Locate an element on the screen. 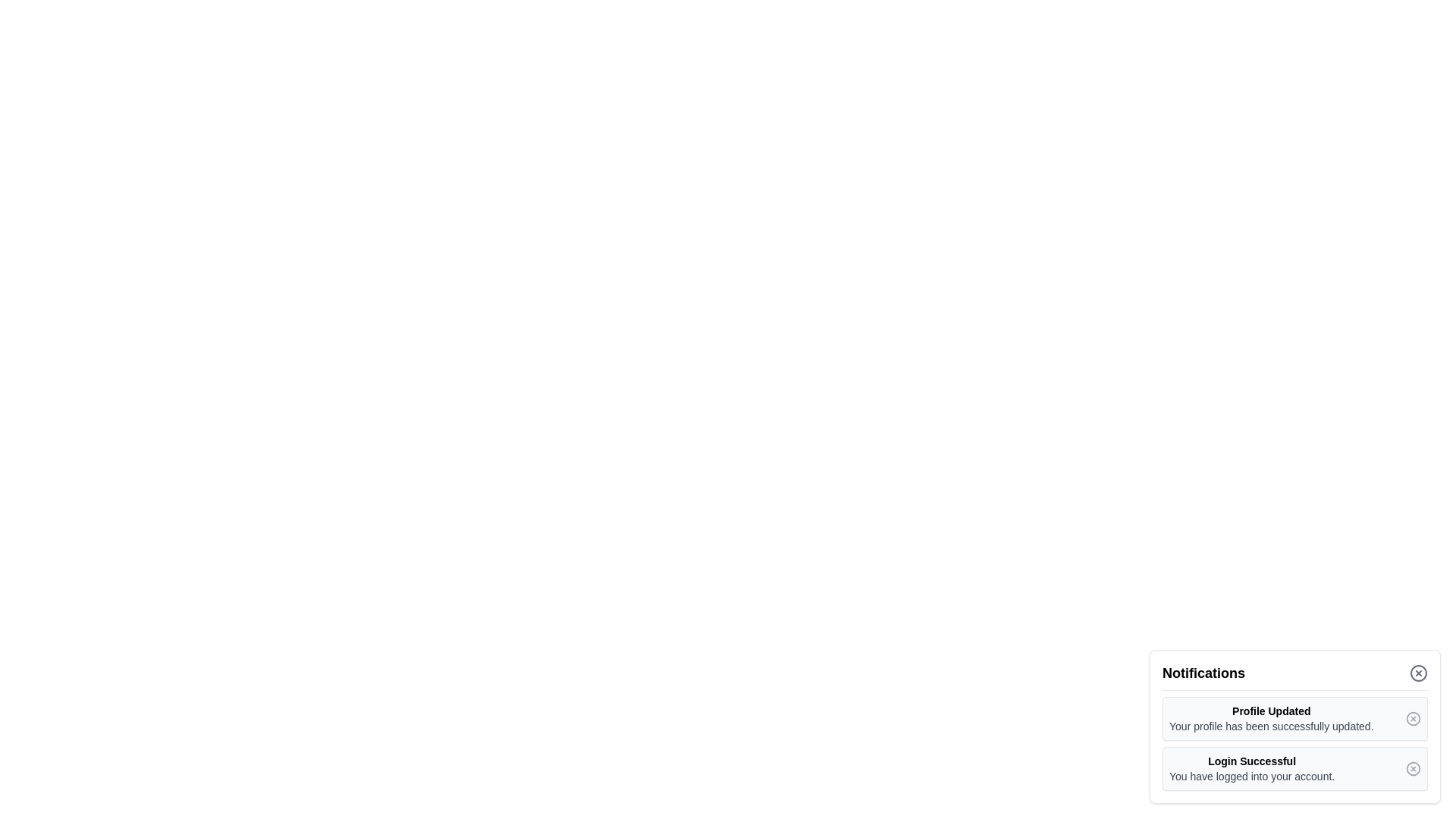  text content of the notification header indicating a successful login, which is the first line of text in the notification section is located at coordinates (1252, 761).